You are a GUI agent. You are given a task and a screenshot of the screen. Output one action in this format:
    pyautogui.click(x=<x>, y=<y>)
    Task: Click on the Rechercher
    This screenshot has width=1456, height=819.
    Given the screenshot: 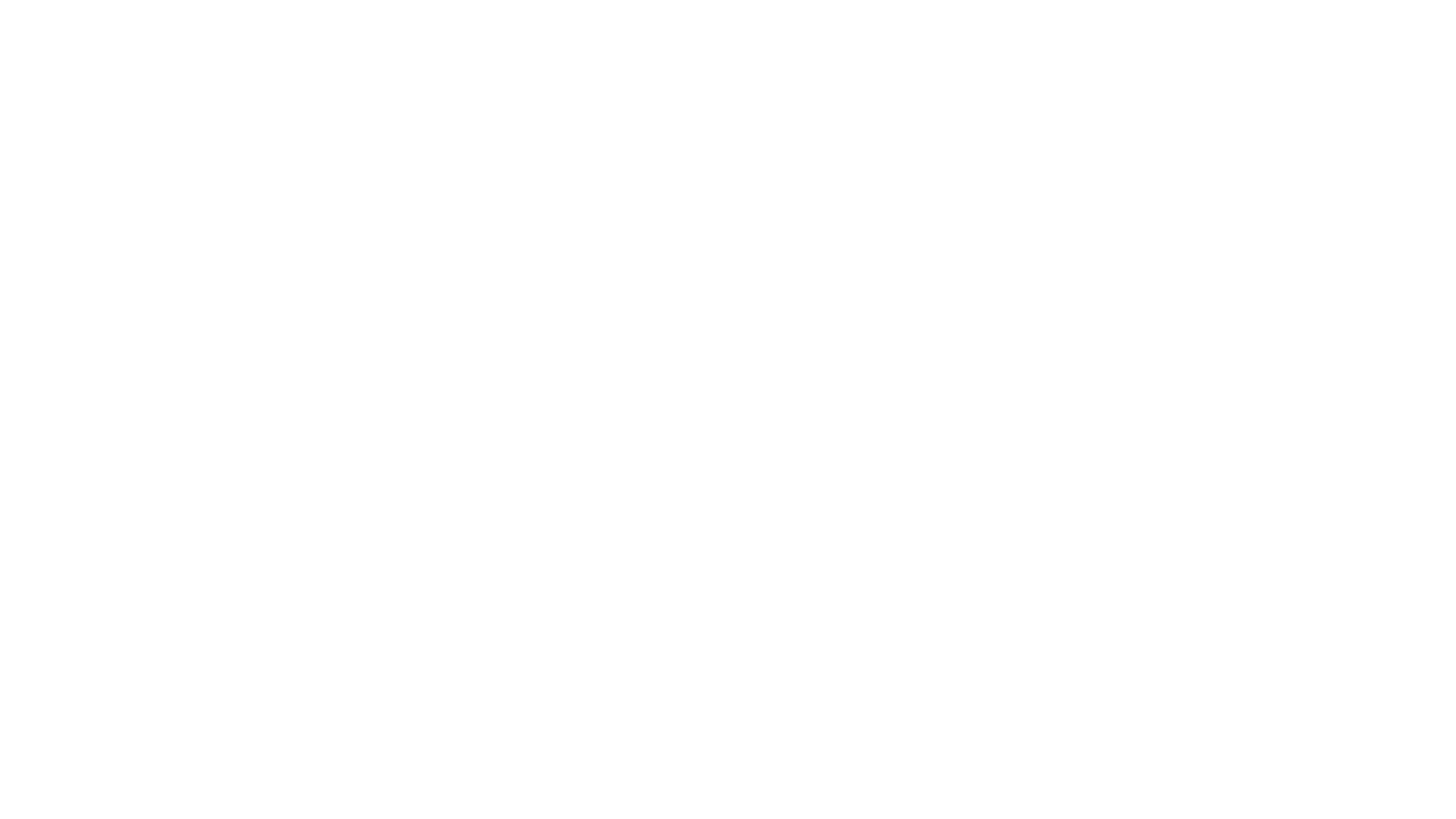 What is the action you would take?
    pyautogui.click(x=1203, y=80)
    